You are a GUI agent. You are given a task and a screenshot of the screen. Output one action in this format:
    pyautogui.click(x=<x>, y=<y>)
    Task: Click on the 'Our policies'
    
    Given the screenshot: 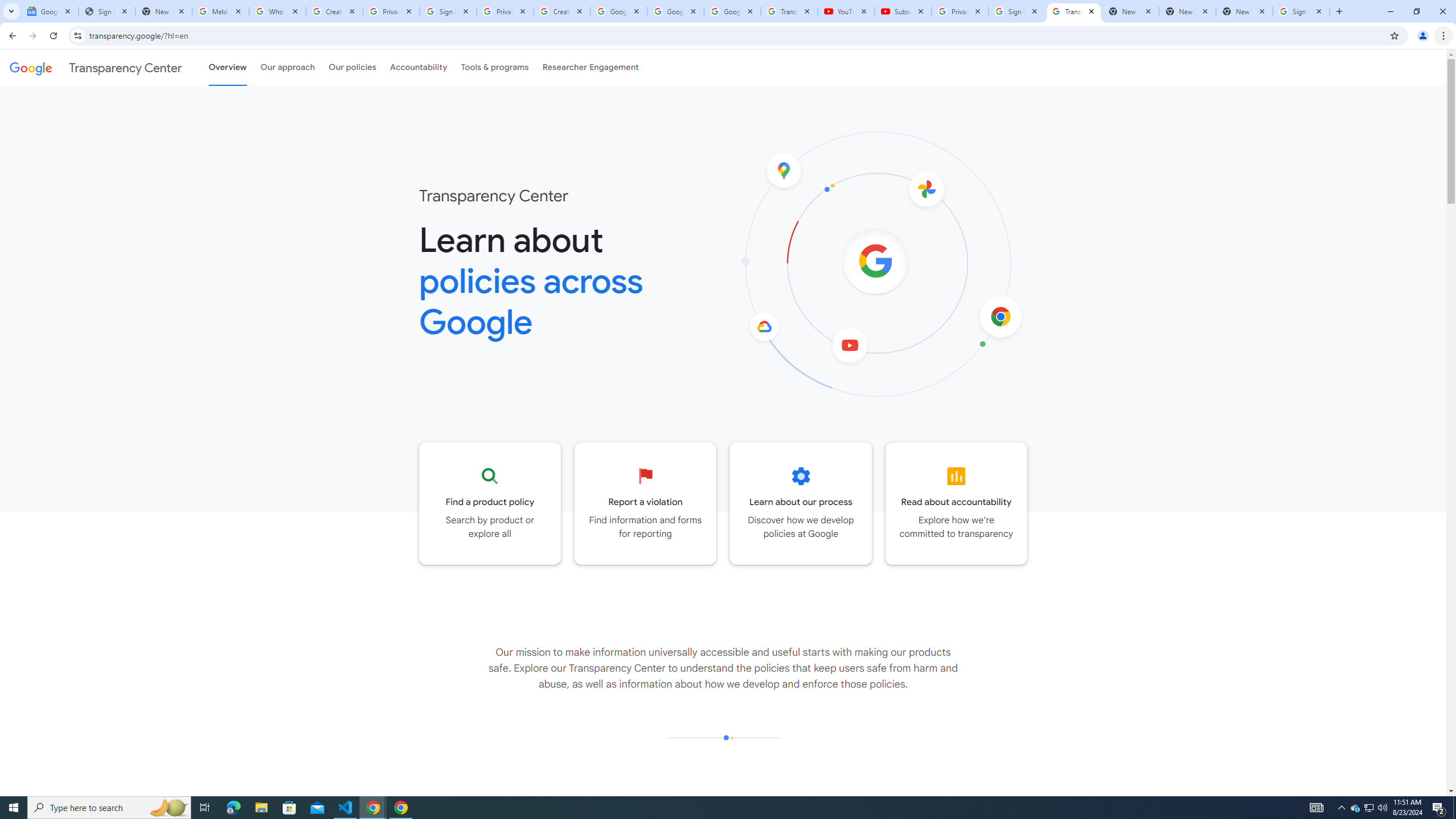 What is the action you would take?
    pyautogui.click(x=352, y=67)
    